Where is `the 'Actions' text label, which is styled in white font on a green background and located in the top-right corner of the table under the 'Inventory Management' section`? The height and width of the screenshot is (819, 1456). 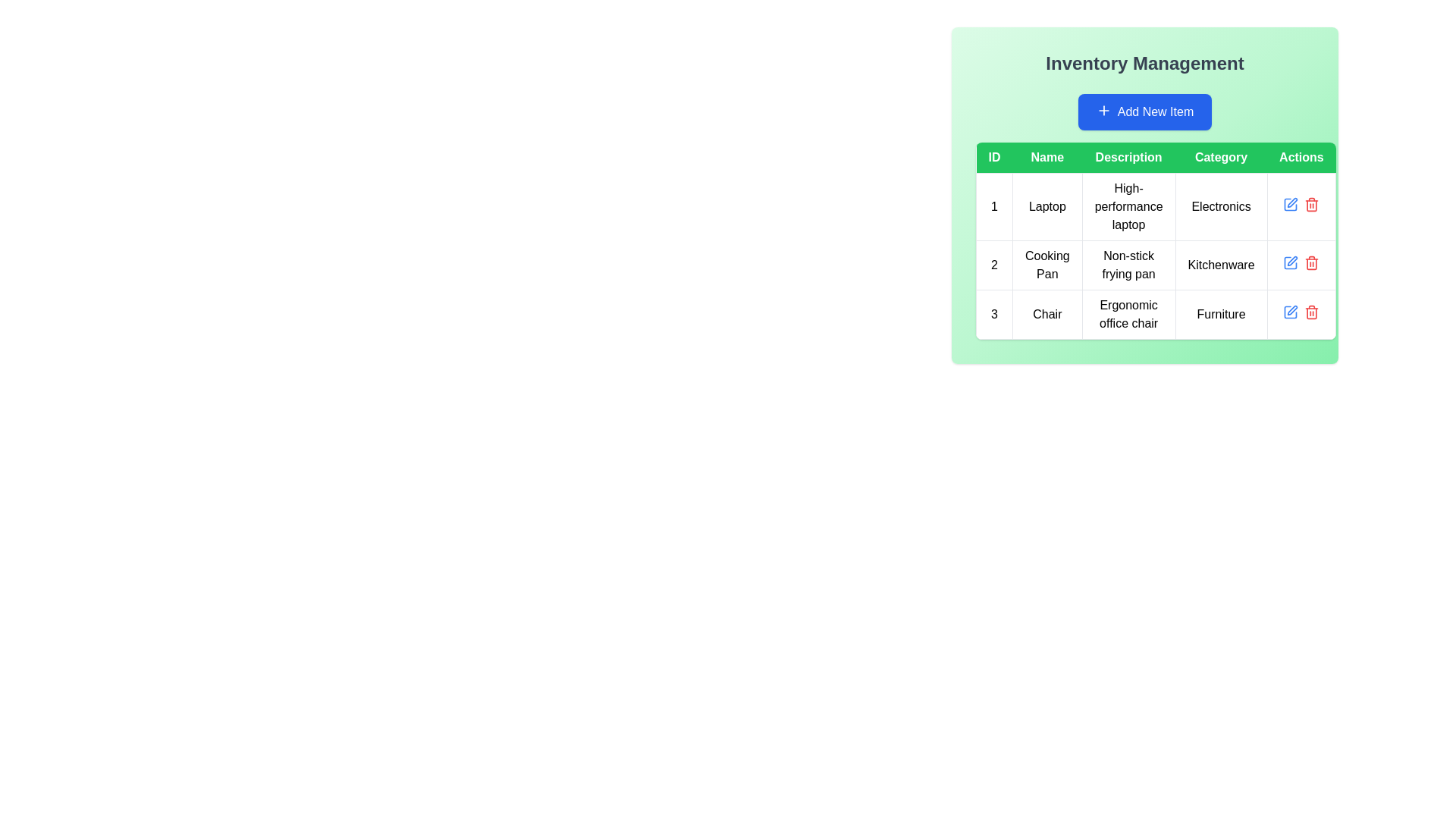 the 'Actions' text label, which is styled in white font on a green background and located in the top-right corner of the table under the 'Inventory Management' section is located at coordinates (1301, 158).